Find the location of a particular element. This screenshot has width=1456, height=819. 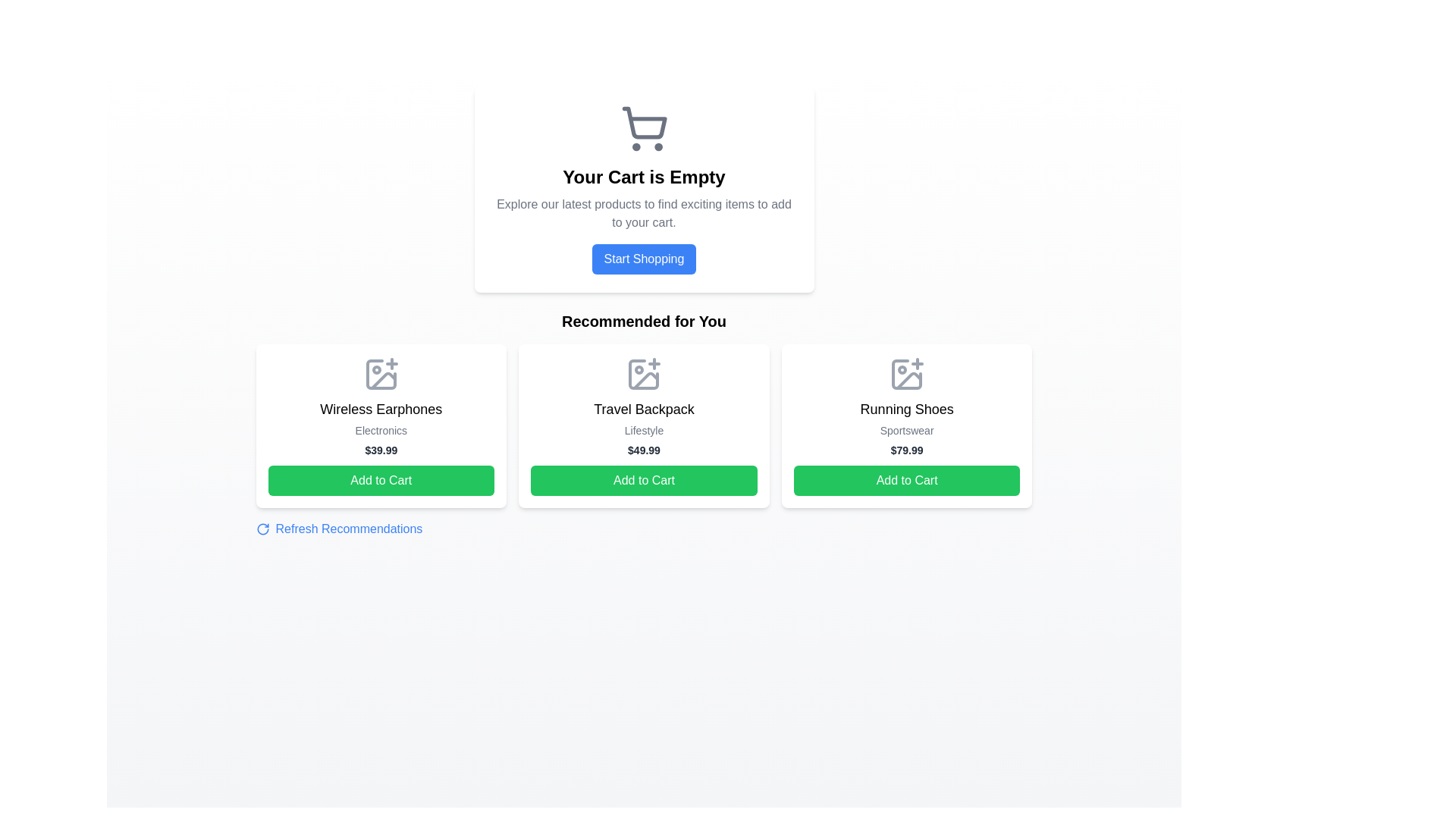

the static text label that indicates the category associated with the product displayed under the title 'Running Shoes' and above the price label '$79.99' is located at coordinates (907, 430).